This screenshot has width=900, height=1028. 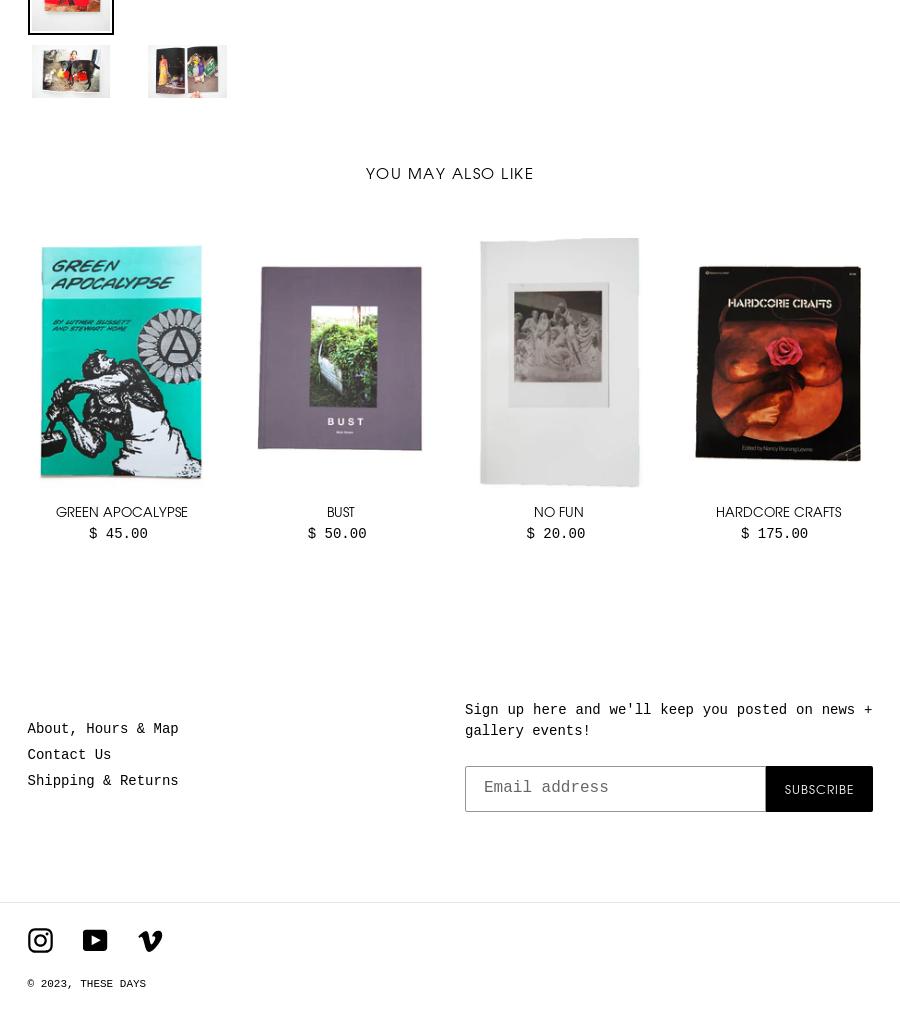 I want to click on 'Sign up here and we'll keep you posted on news + gallery events!', so click(x=668, y=718).